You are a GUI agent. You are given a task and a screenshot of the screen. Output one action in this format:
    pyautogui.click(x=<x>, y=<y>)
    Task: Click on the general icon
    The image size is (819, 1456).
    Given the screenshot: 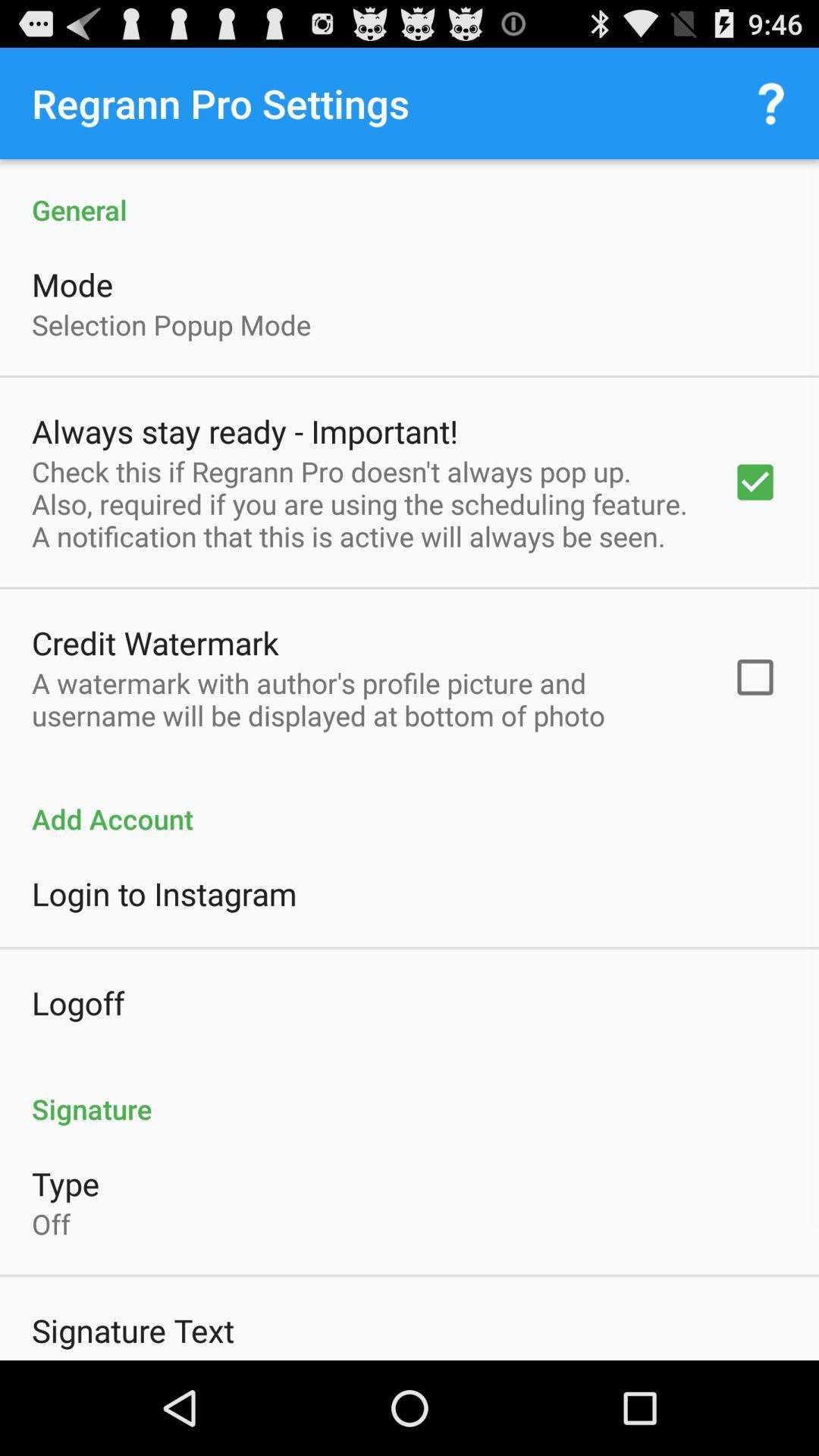 What is the action you would take?
    pyautogui.click(x=409, y=193)
    